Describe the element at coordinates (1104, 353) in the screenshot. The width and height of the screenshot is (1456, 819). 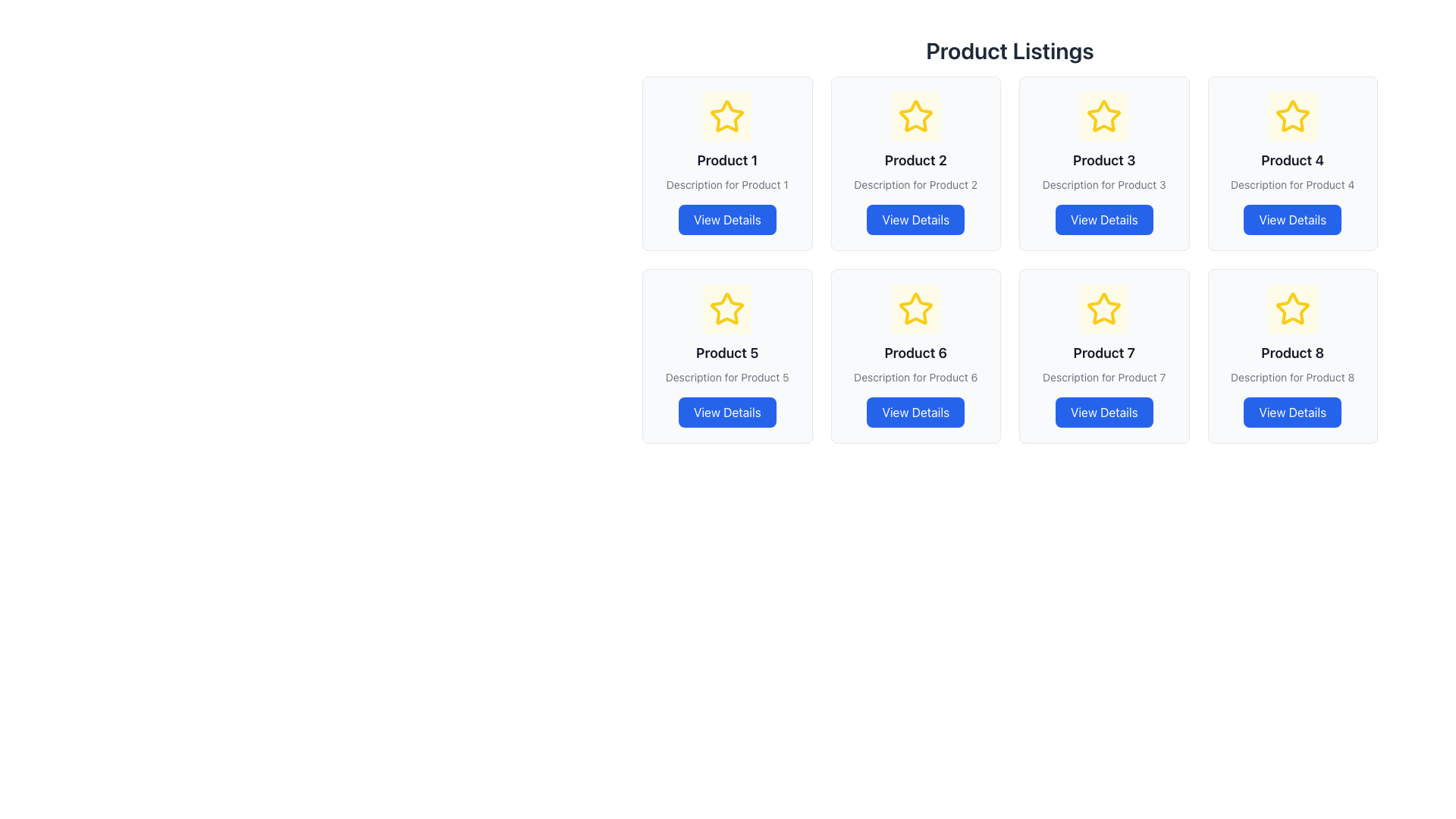
I see `text label that serves as a title for the product card located in the second row, third column of the grid` at that location.